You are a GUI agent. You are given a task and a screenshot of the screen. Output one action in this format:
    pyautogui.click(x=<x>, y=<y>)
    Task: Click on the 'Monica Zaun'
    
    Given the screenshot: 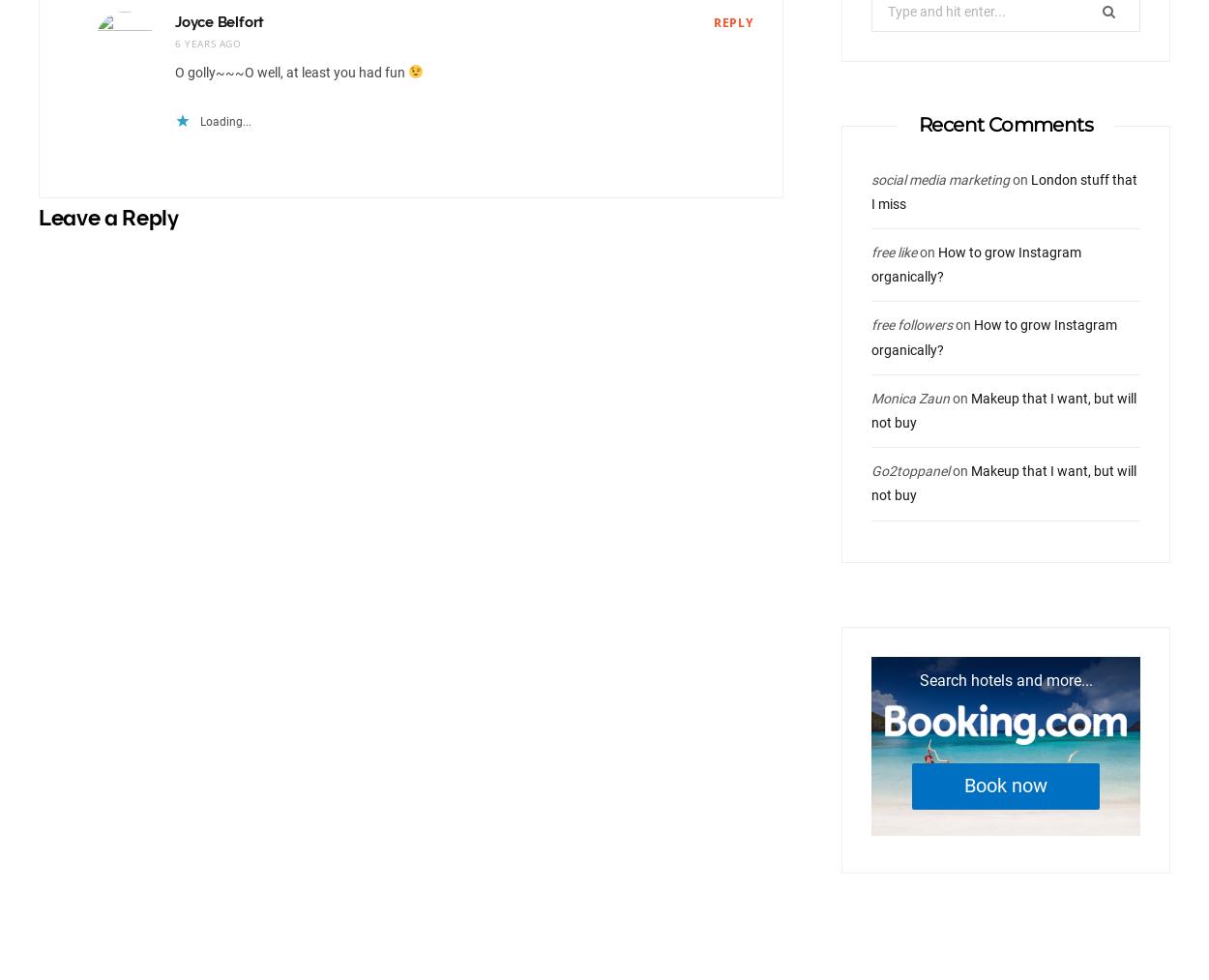 What is the action you would take?
    pyautogui.click(x=909, y=396)
    